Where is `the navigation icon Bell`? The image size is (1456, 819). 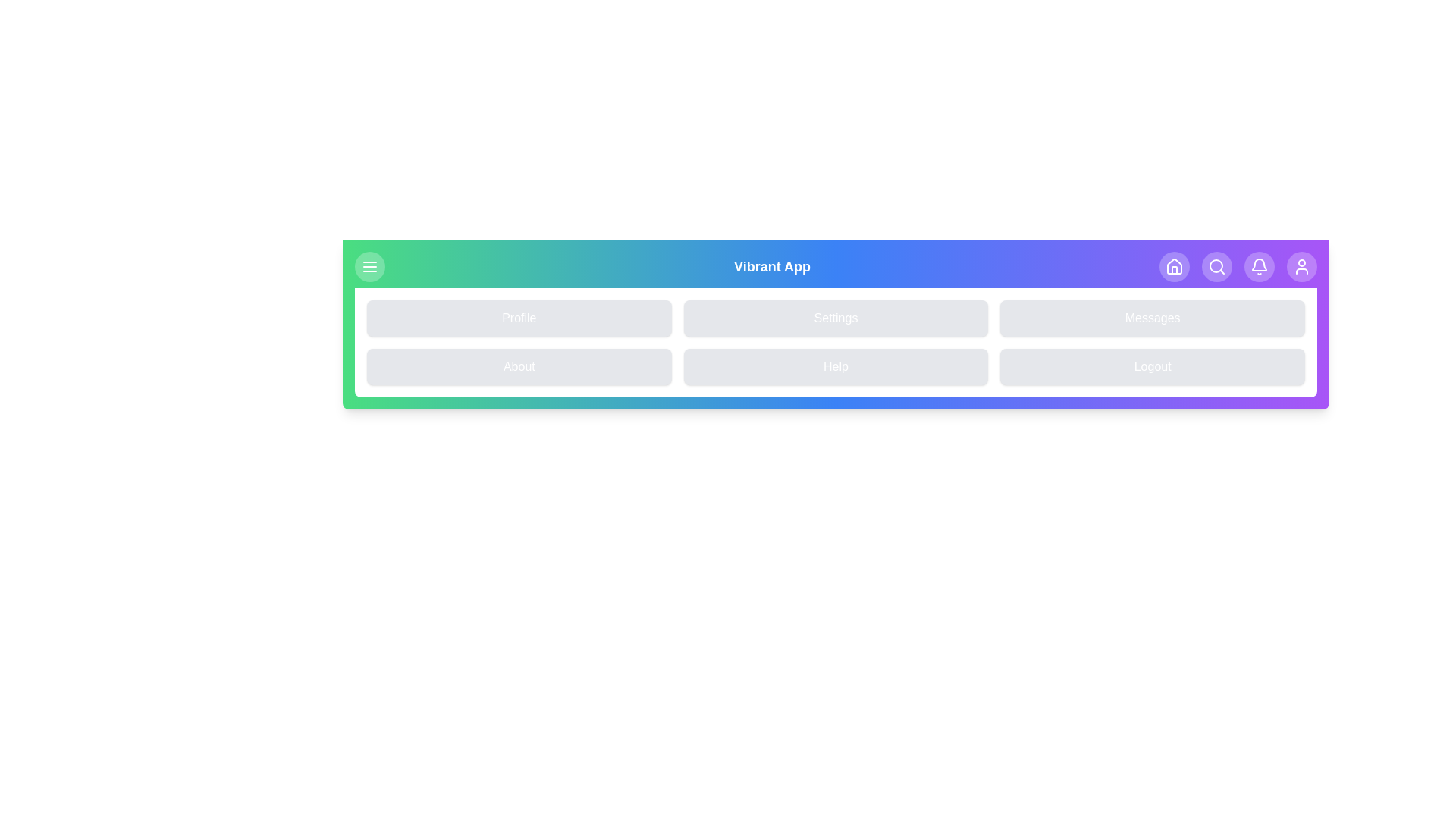
the navigation icon Bell is located at coordinates (1259, 265).